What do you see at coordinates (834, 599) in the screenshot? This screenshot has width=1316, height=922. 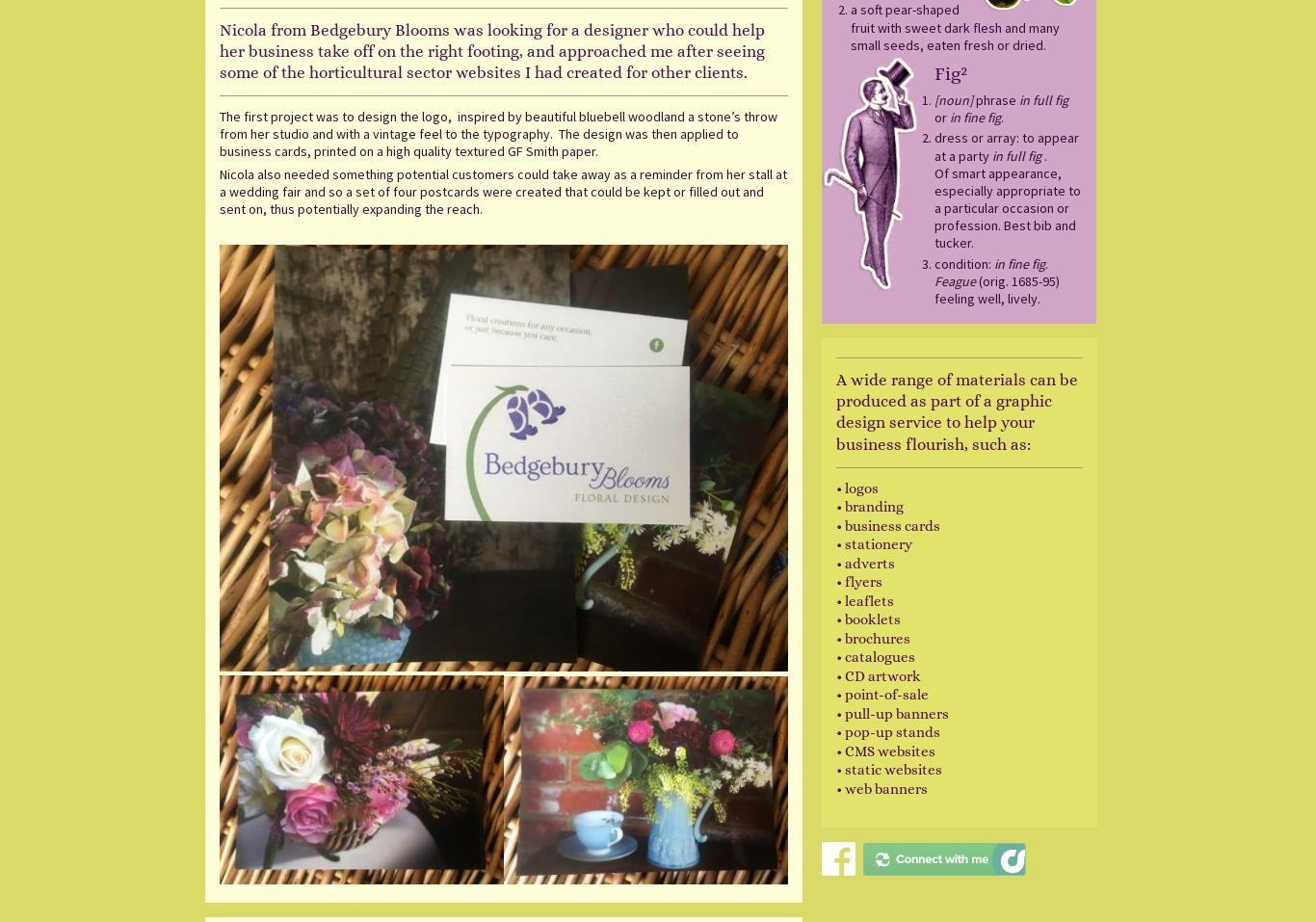 I see `'• leaflets'` at bounding box center [834, 599].